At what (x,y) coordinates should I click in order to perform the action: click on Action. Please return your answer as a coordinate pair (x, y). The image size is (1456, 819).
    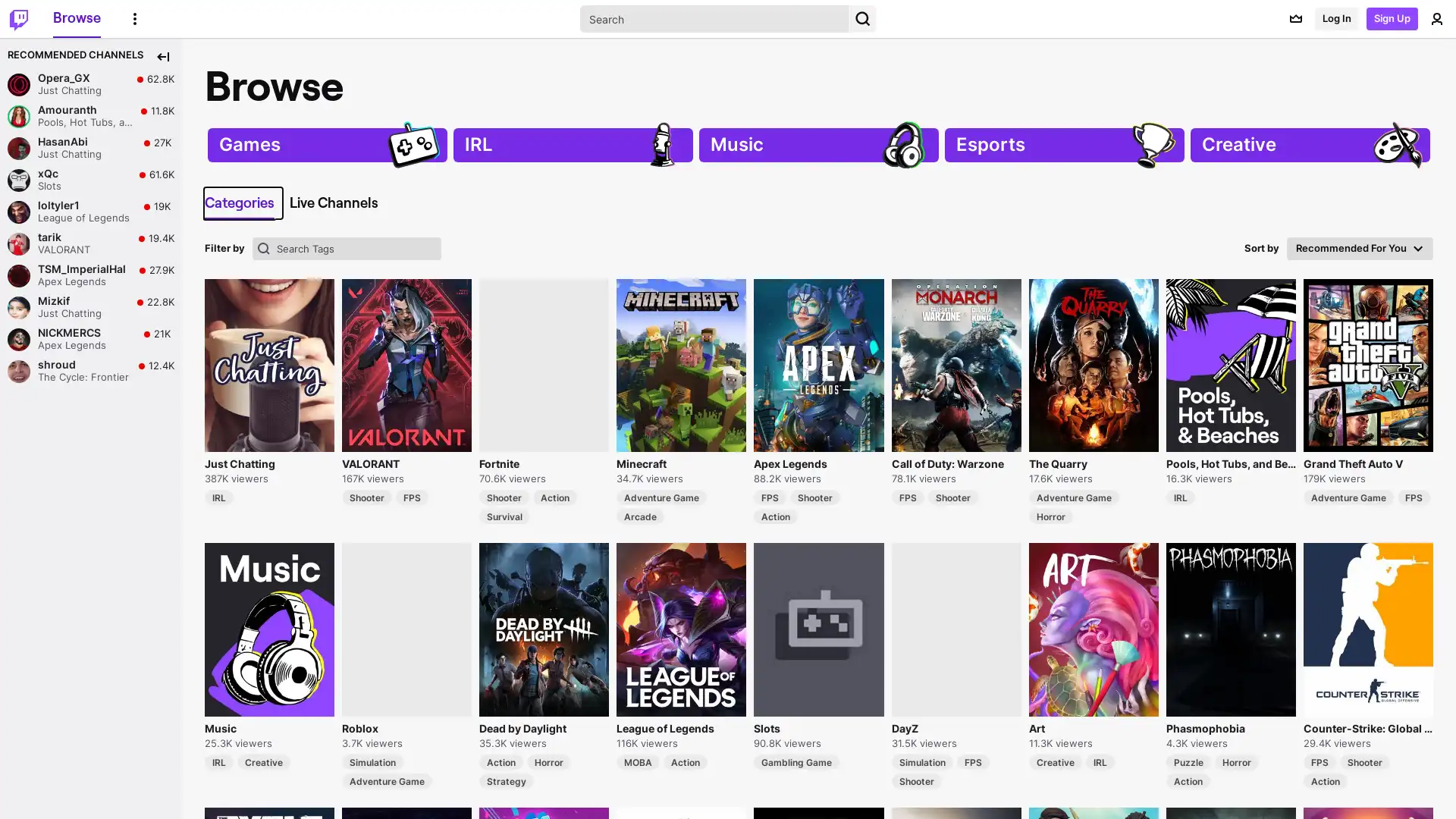
    Looking at the image, I should click on (1186, 780).